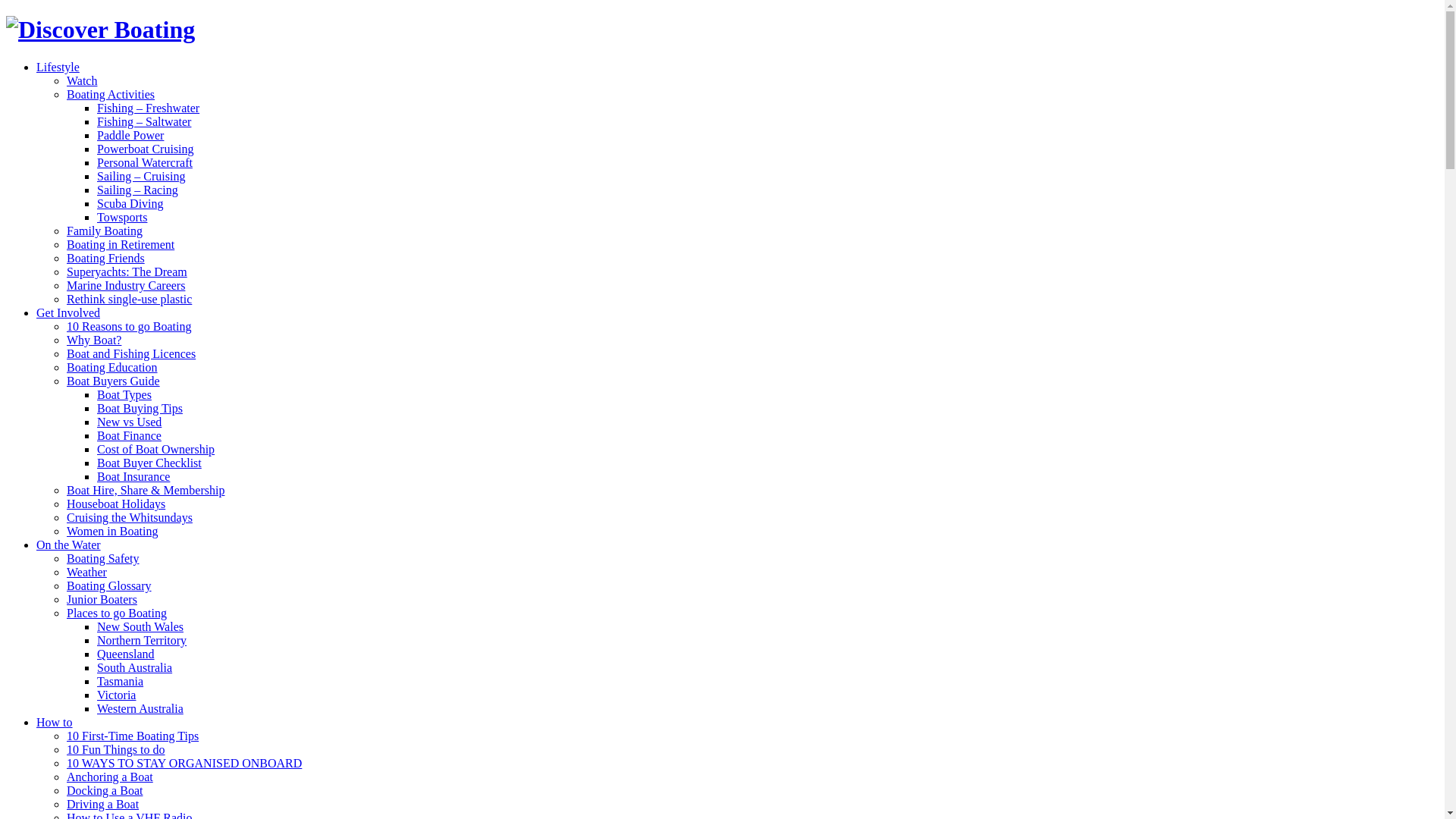  What do you see at coordinates (126, 285) in the screenshot?
I see `'Marine Industry Careers'` at bounding box center [126, 285].